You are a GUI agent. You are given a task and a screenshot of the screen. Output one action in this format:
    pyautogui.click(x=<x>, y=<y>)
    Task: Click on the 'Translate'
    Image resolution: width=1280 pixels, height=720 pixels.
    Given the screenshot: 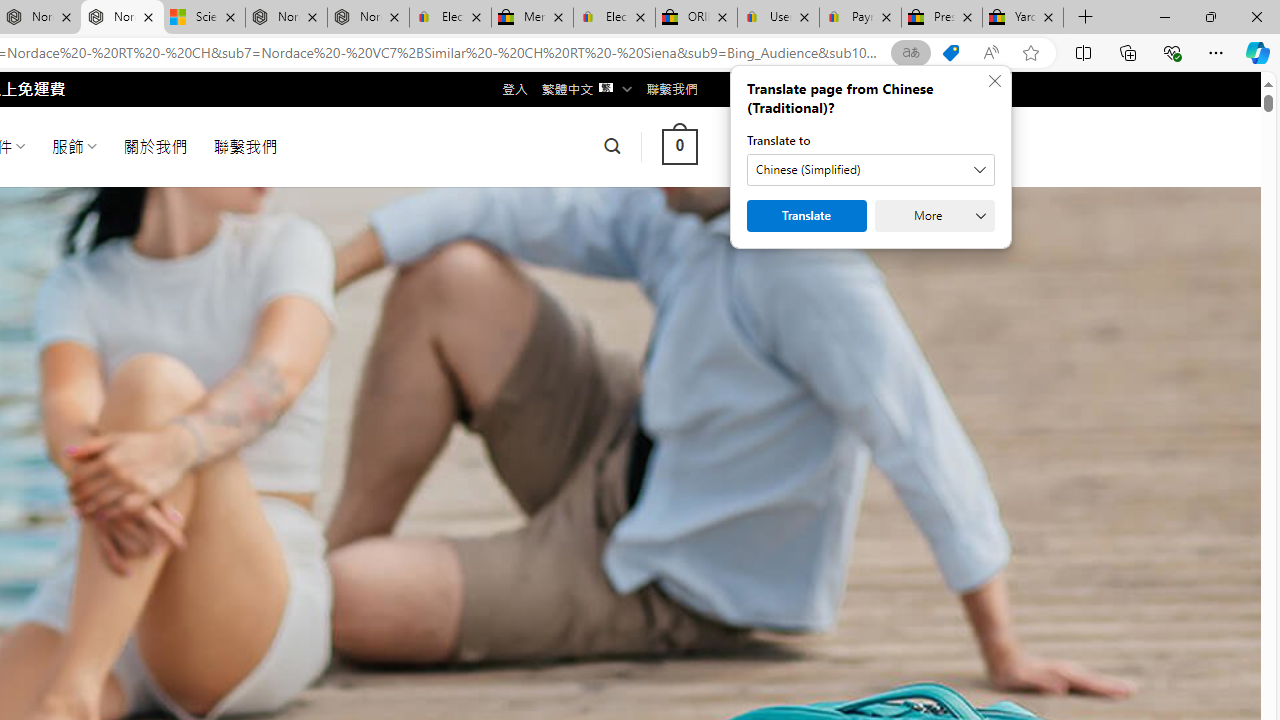 What is the action you would take?
    pyautogui.click(x=807, y=216)
    